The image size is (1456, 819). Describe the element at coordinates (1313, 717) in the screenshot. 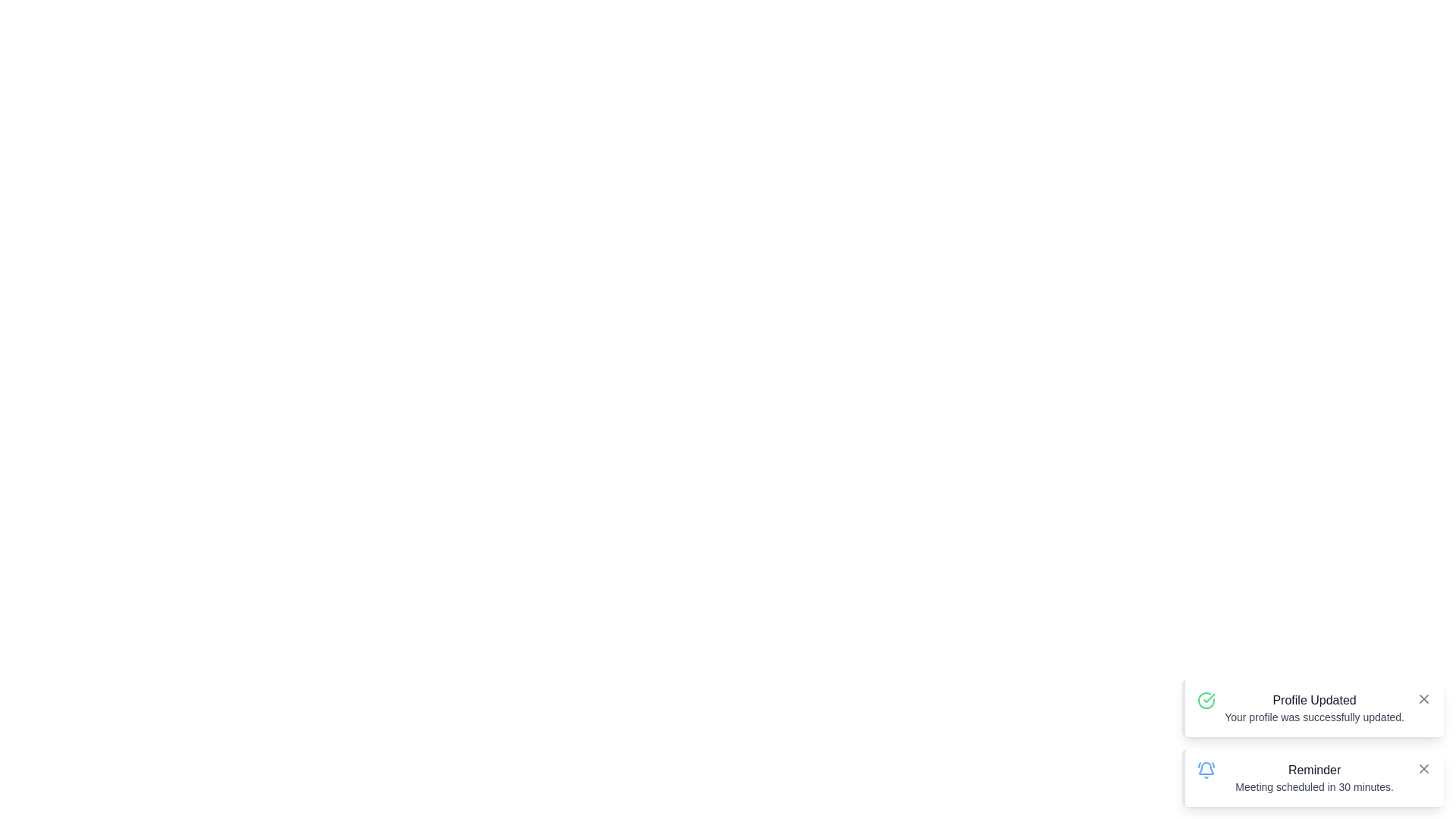

I see `message displayed in the Text Label that confirms the user's profile update was successful, located within the notification card for 'Profile Updated.'` at that location.